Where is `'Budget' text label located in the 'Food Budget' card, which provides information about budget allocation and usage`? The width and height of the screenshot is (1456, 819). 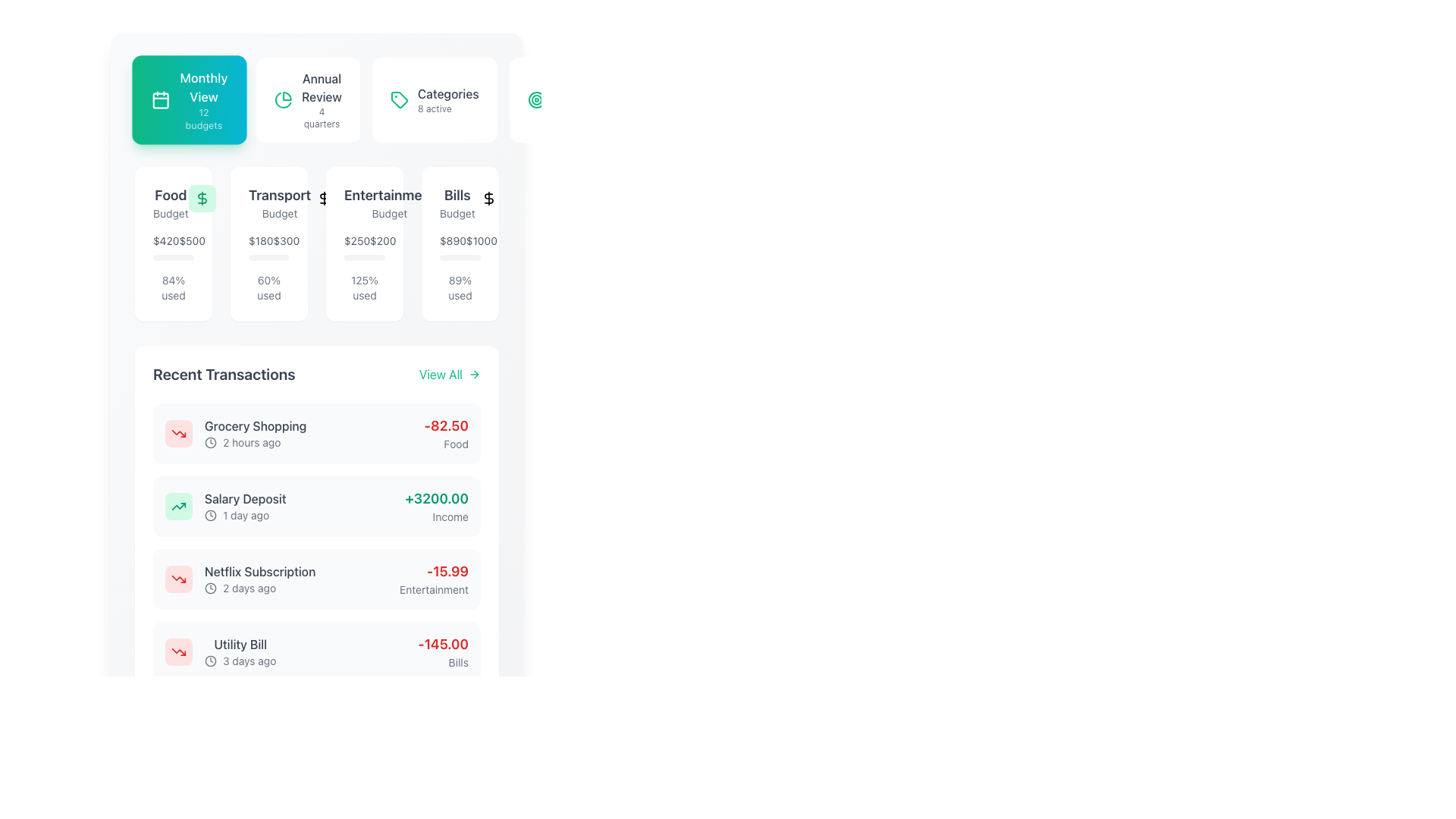 'Budget' text label located in the 'Food Budget' card, which provides information about budget allocation and usage is located at coordinates (174, 246).